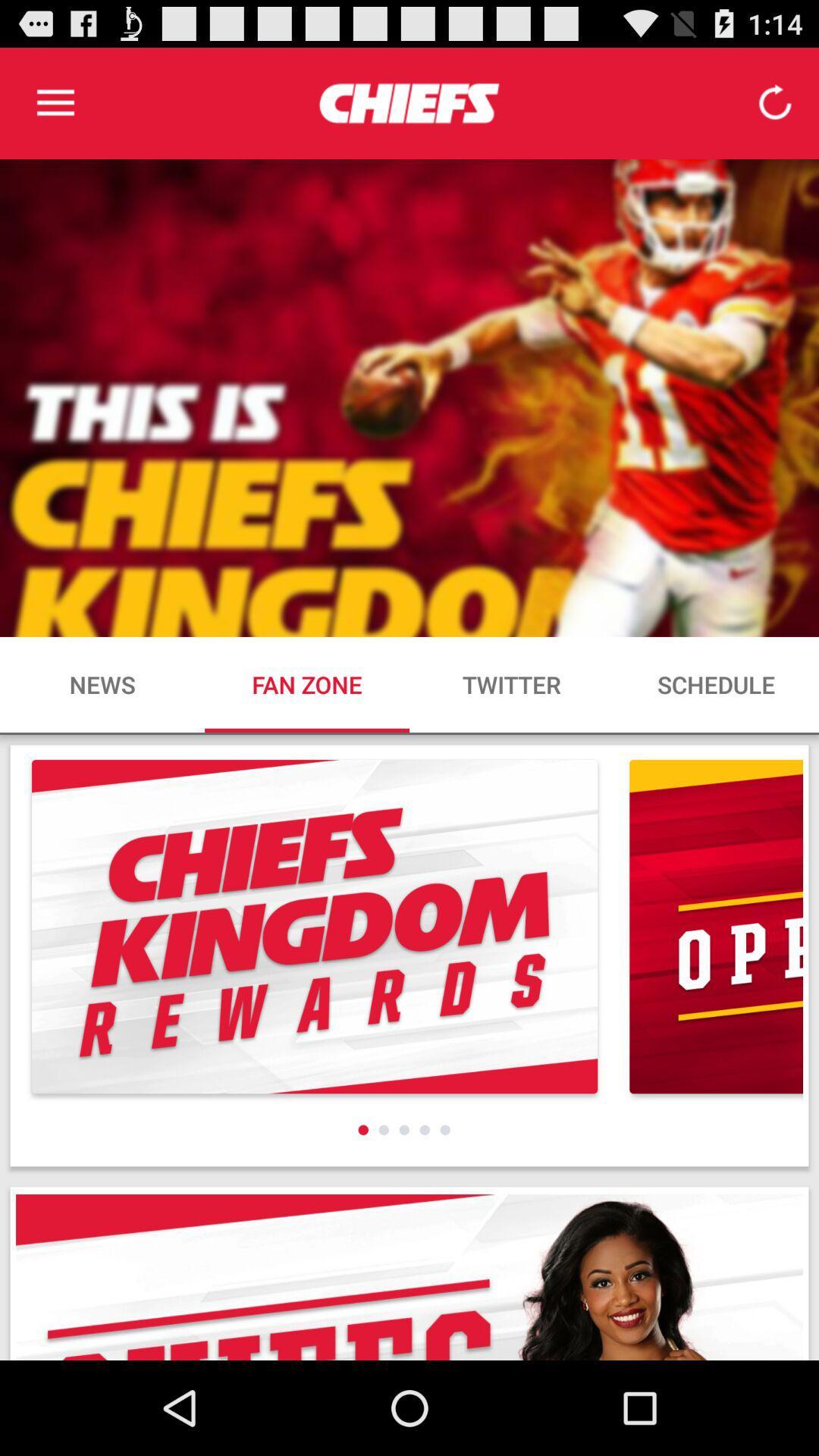 The width and height of the screenshot is (819, 1456). Describe the element at coordinates (55, 102) in the screenshot. I see `the icon at the top left corner` at that location.